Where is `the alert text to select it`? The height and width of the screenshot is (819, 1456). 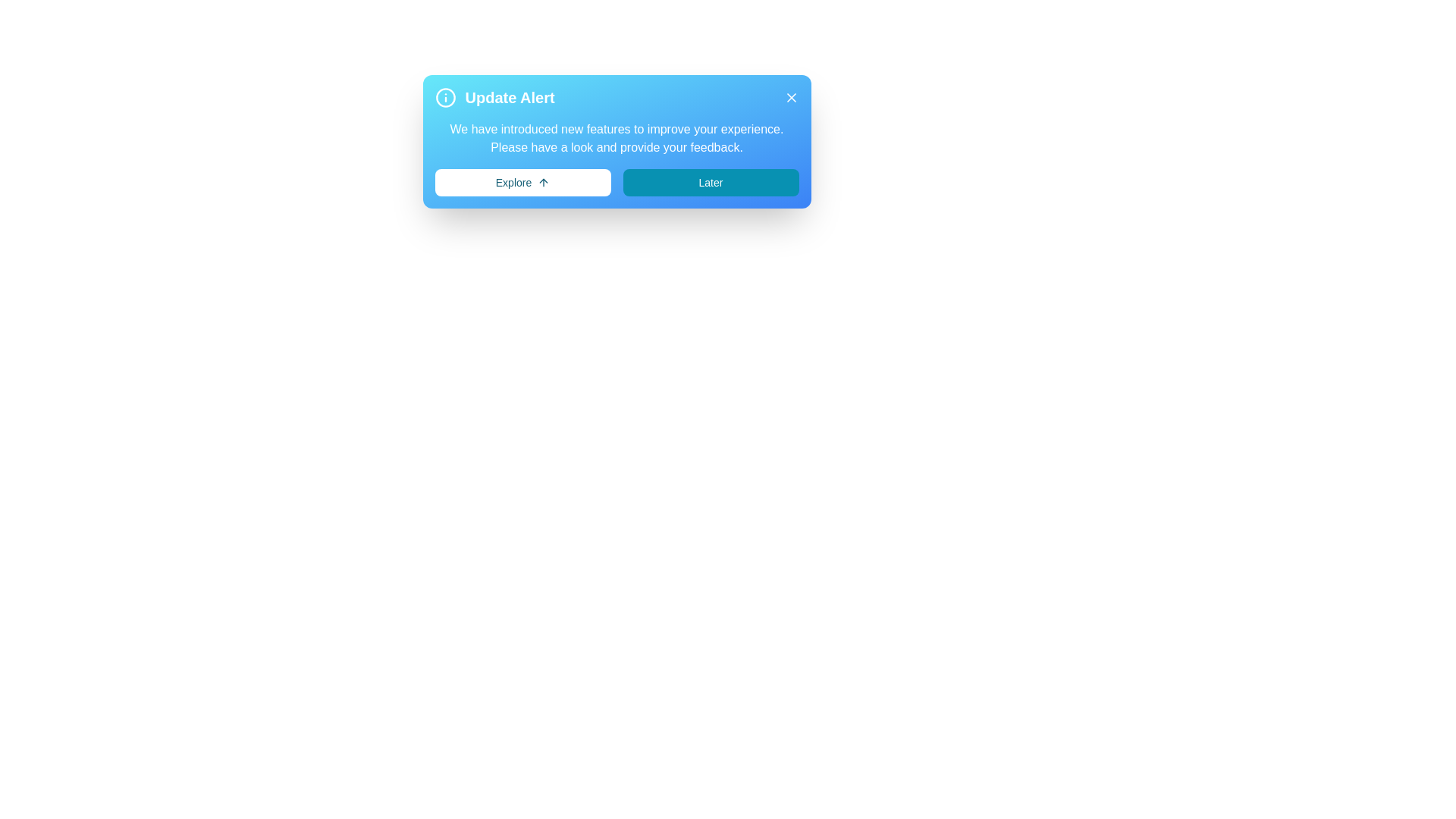
the alert text to select it is located at coordinates (617, 138).